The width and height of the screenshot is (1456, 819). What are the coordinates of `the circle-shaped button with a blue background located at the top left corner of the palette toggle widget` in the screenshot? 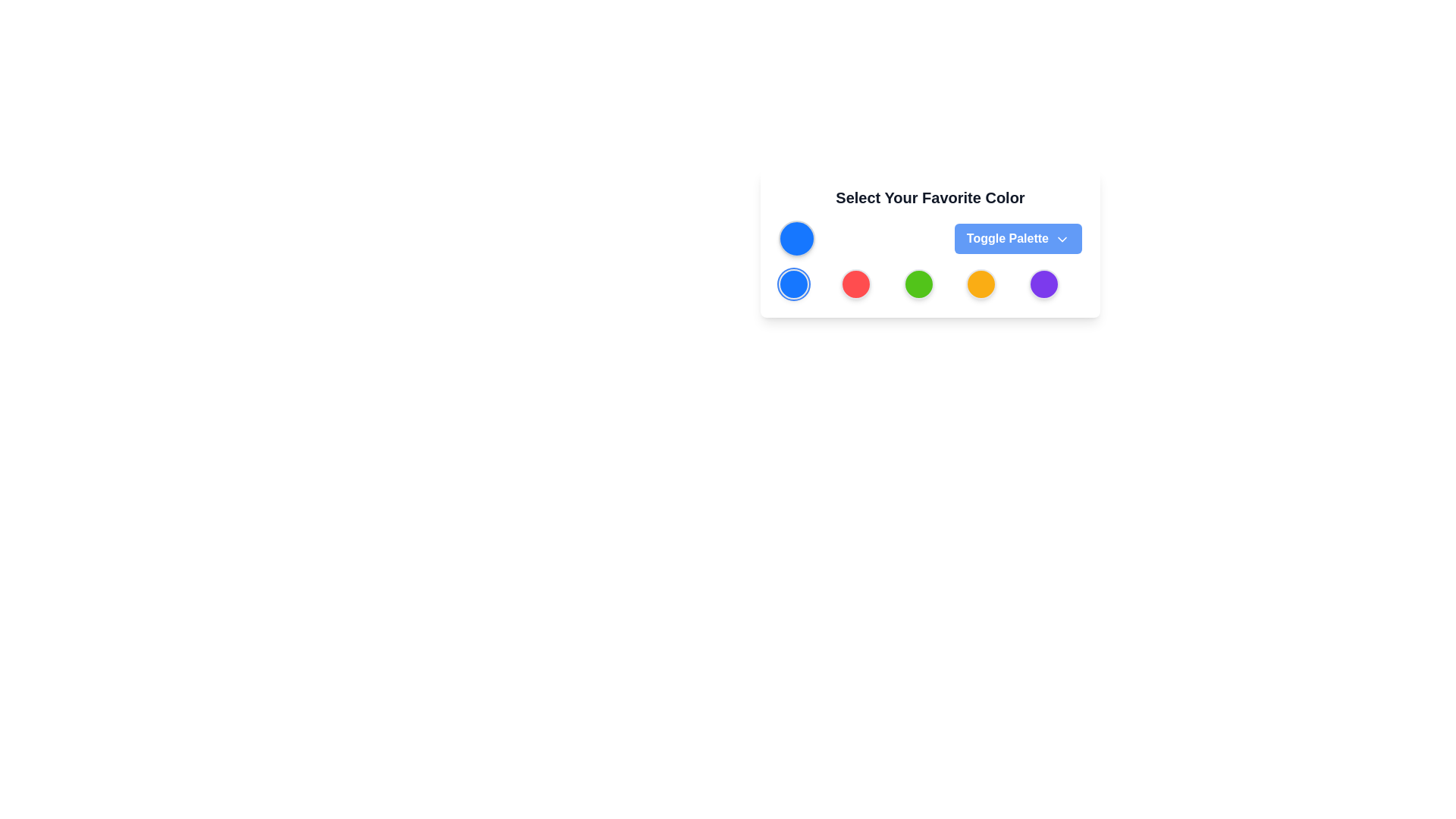 It's located at (796, 239).